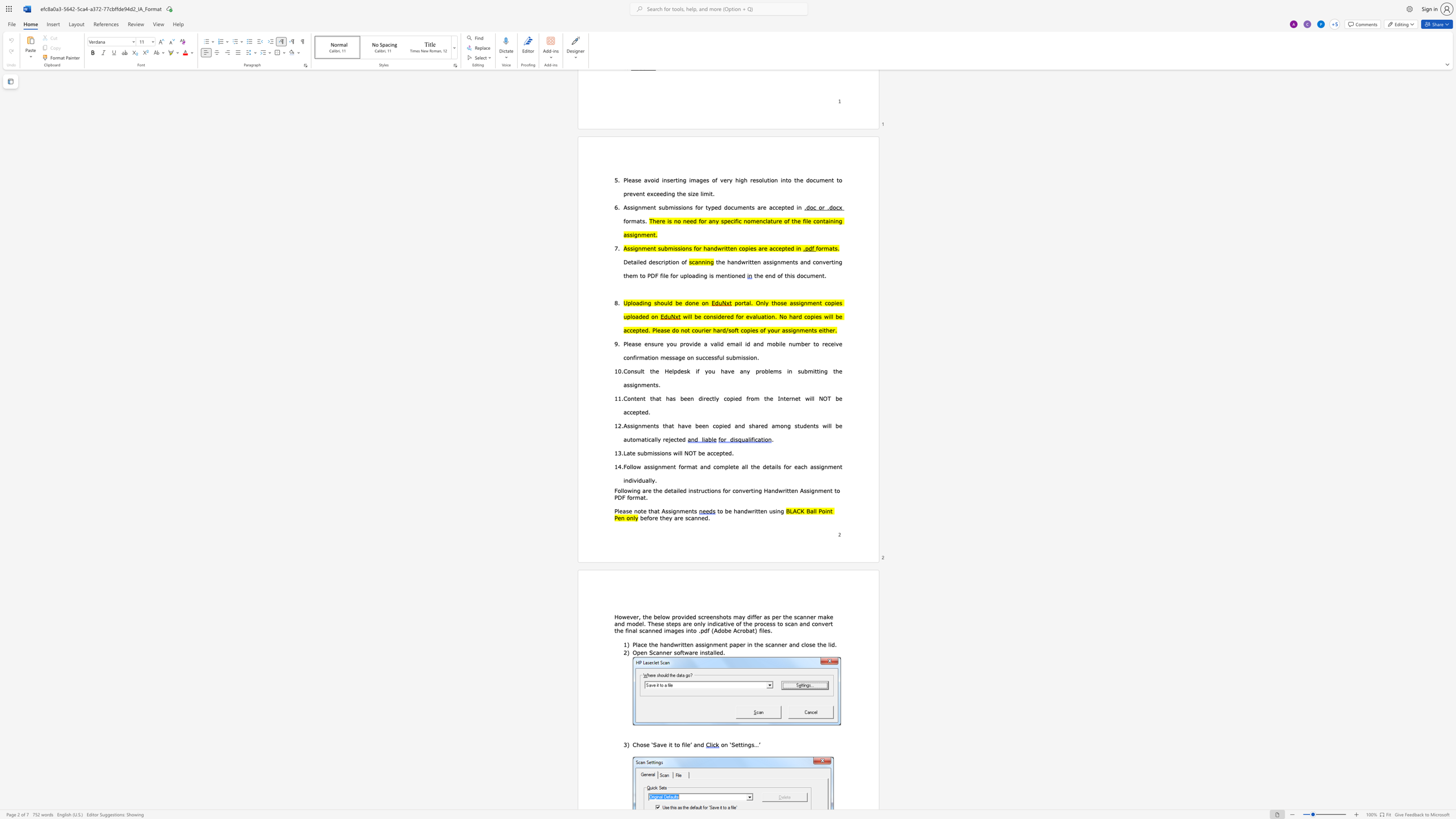 The width and height of the screenshot is (1456, 819). What do you see at coordinates (840, 425) in the screenshot?
I see `the 8th character "e" in the text` at bounding box center [840, 425].